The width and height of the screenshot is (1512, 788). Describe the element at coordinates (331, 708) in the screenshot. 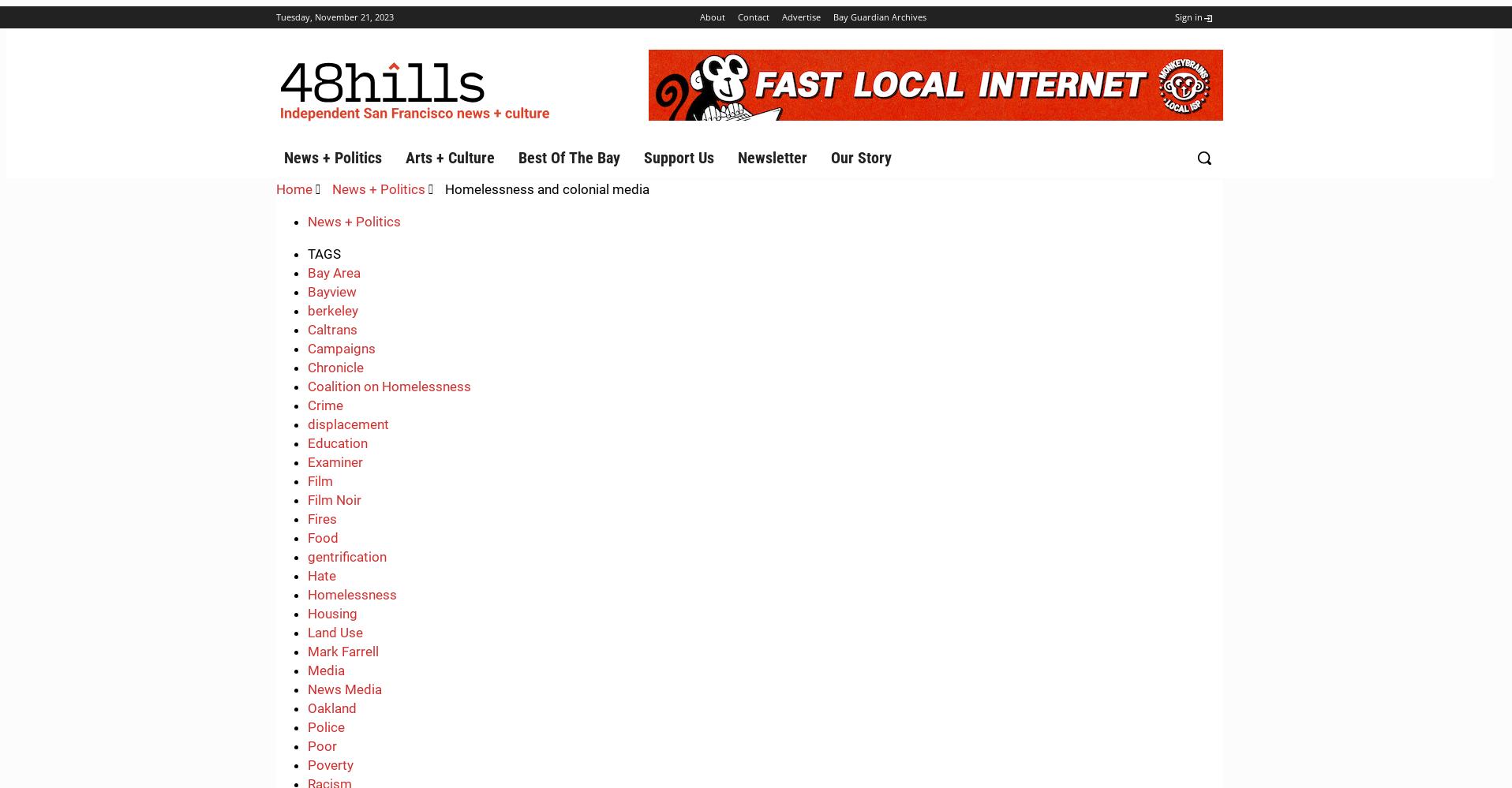

I see `'Oakland'` at that location.